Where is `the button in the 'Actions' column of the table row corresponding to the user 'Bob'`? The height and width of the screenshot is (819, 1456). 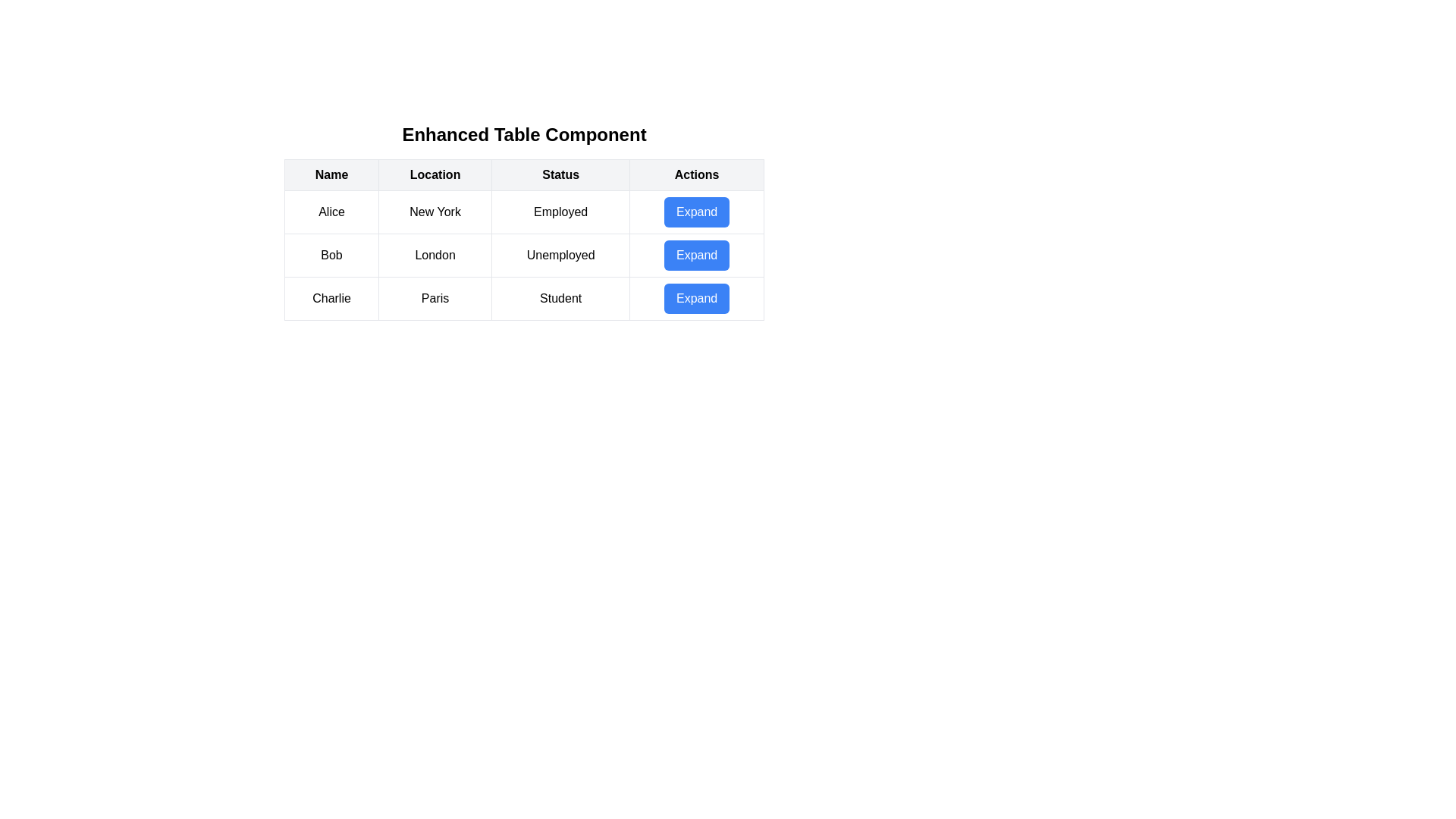
the button in the 'Actions' column of the table row corresponding to the user 'Bob' is located at coordinates (696, 254).